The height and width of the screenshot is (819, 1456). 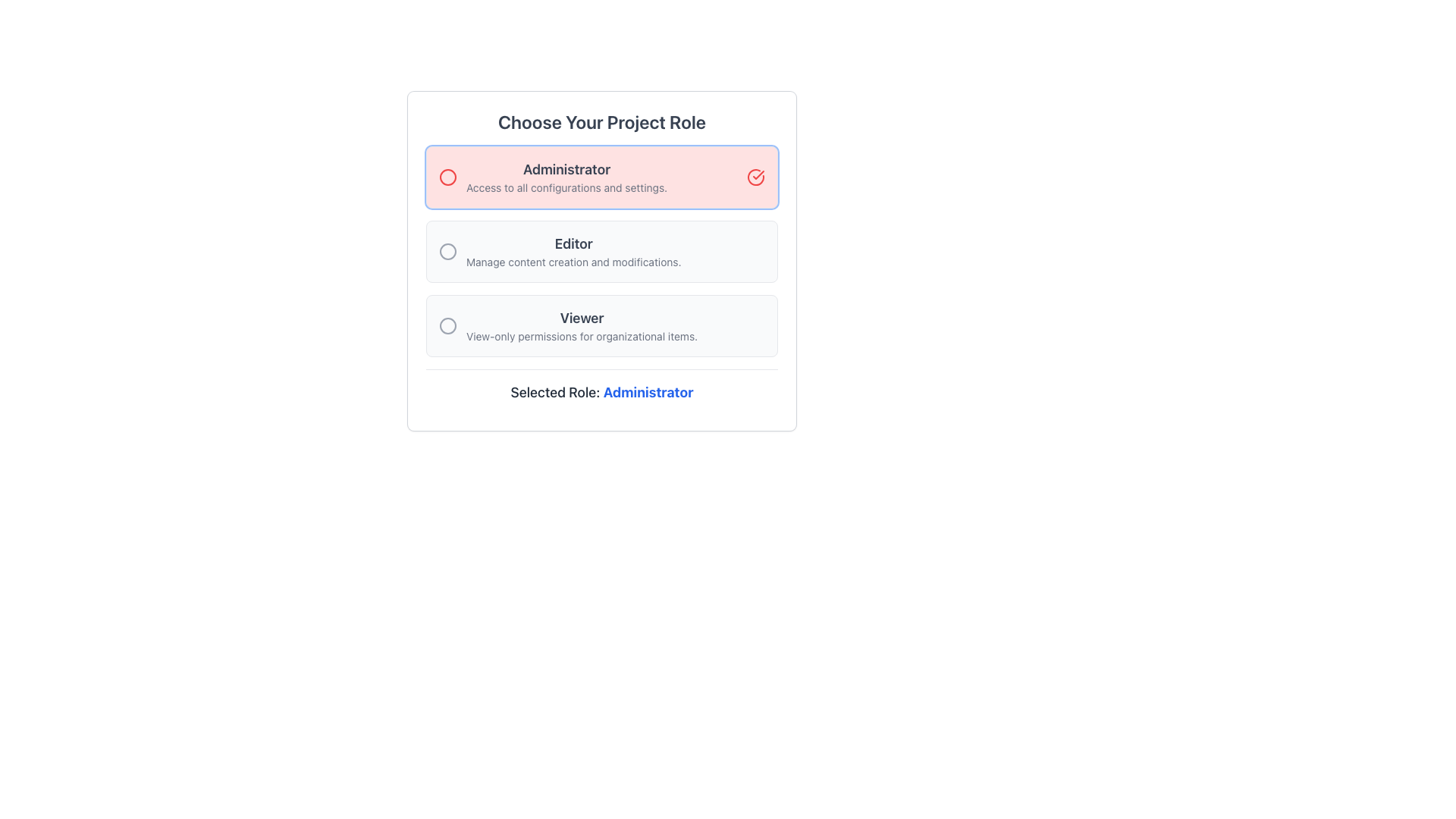 I want to click on the Text Label indicating the 'Viewer' role within the selection interface, which is positioned above the descriptive text and below the 'Editor' role option, so click(x=581, y=318).